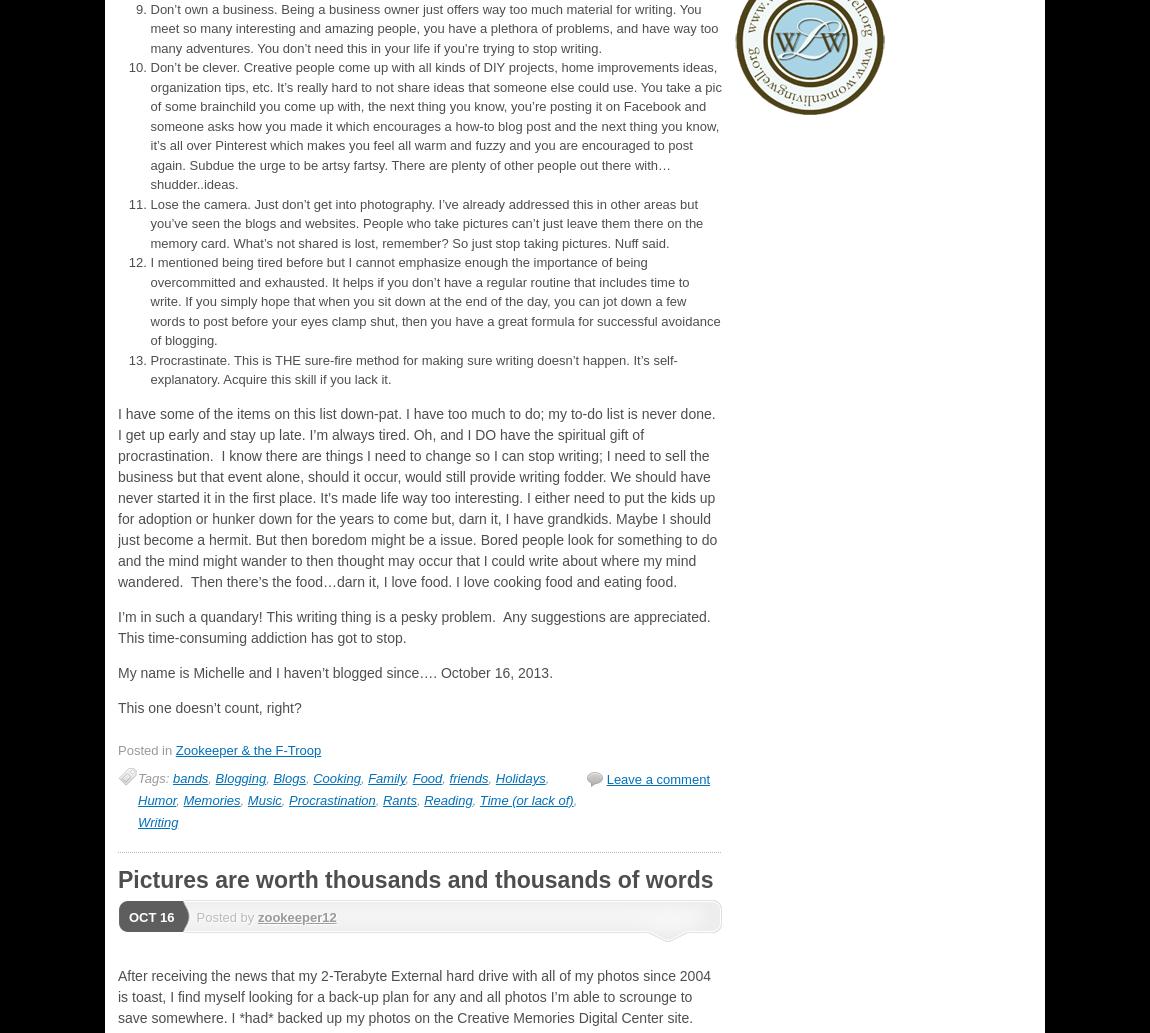  What do you see at coordinates (116, 749) in the screenshot?
I see `'Posted in'` at bounding box center [116, 749].